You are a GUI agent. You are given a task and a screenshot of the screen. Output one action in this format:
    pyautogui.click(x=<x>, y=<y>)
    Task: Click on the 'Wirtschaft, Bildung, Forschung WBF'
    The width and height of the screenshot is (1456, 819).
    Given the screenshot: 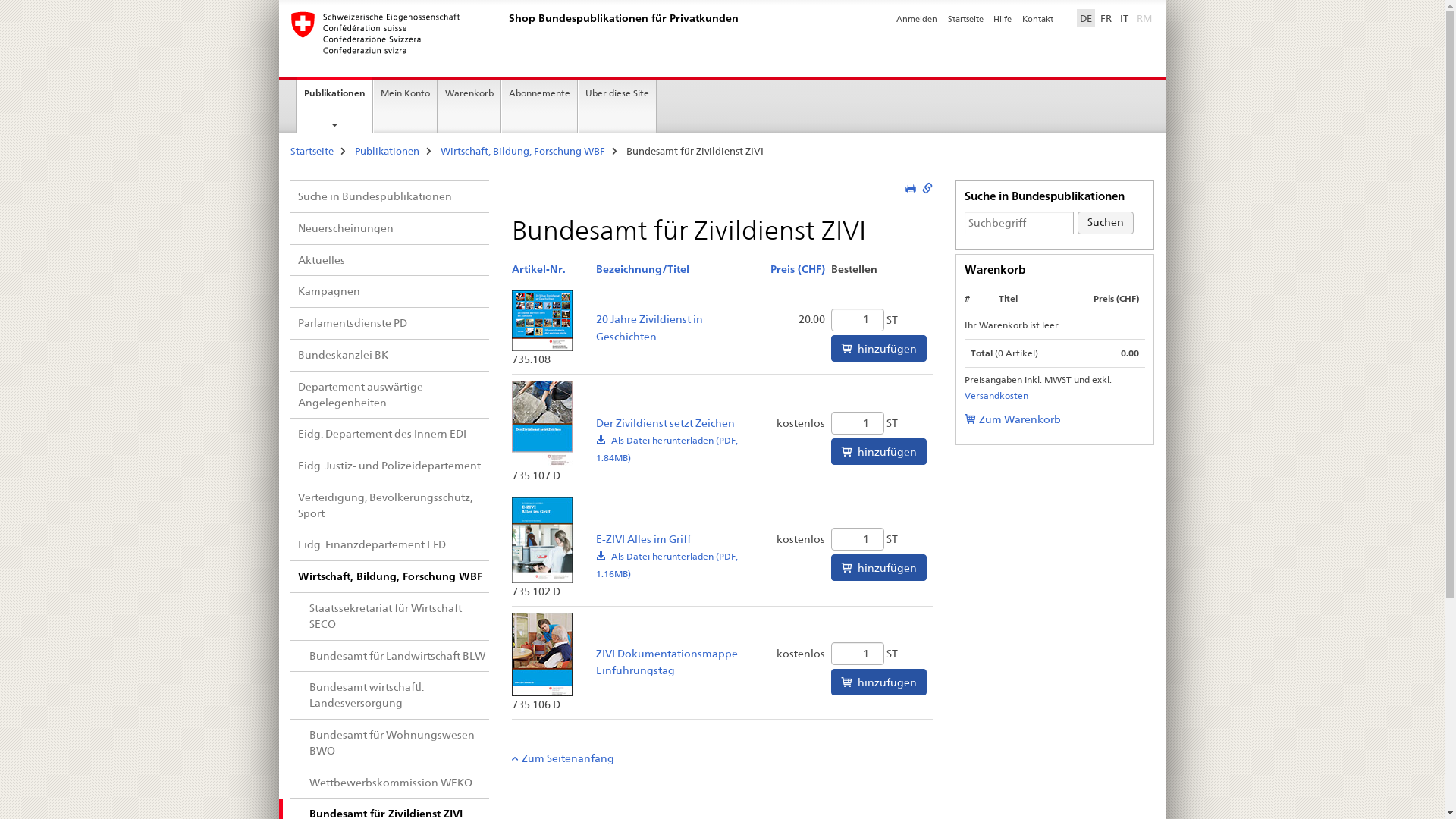 What is the action you would take?
    pyautogui.click(x=439, y=151)
    